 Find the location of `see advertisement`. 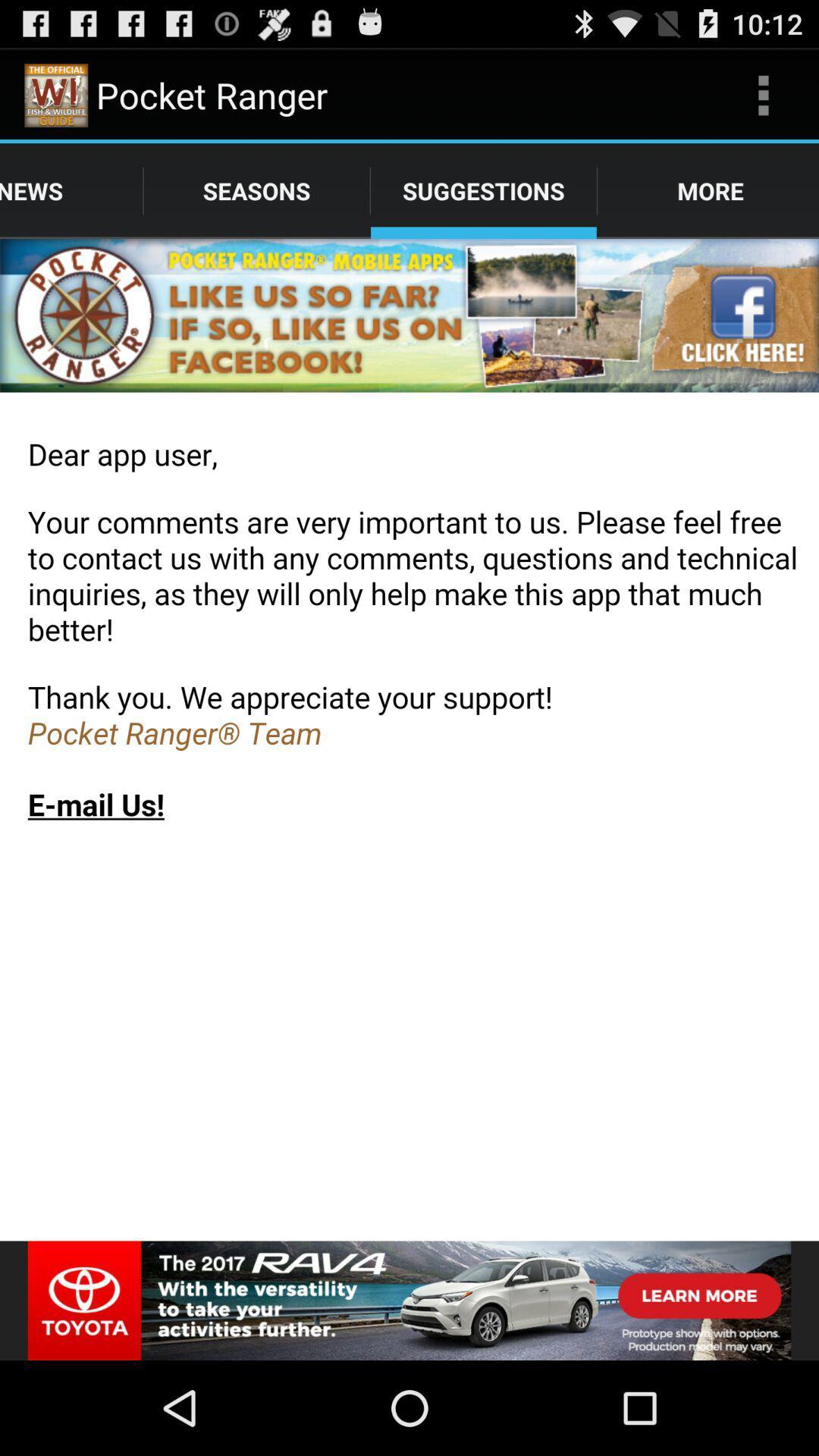

see advertisement is located at coordinates (409, 1300).